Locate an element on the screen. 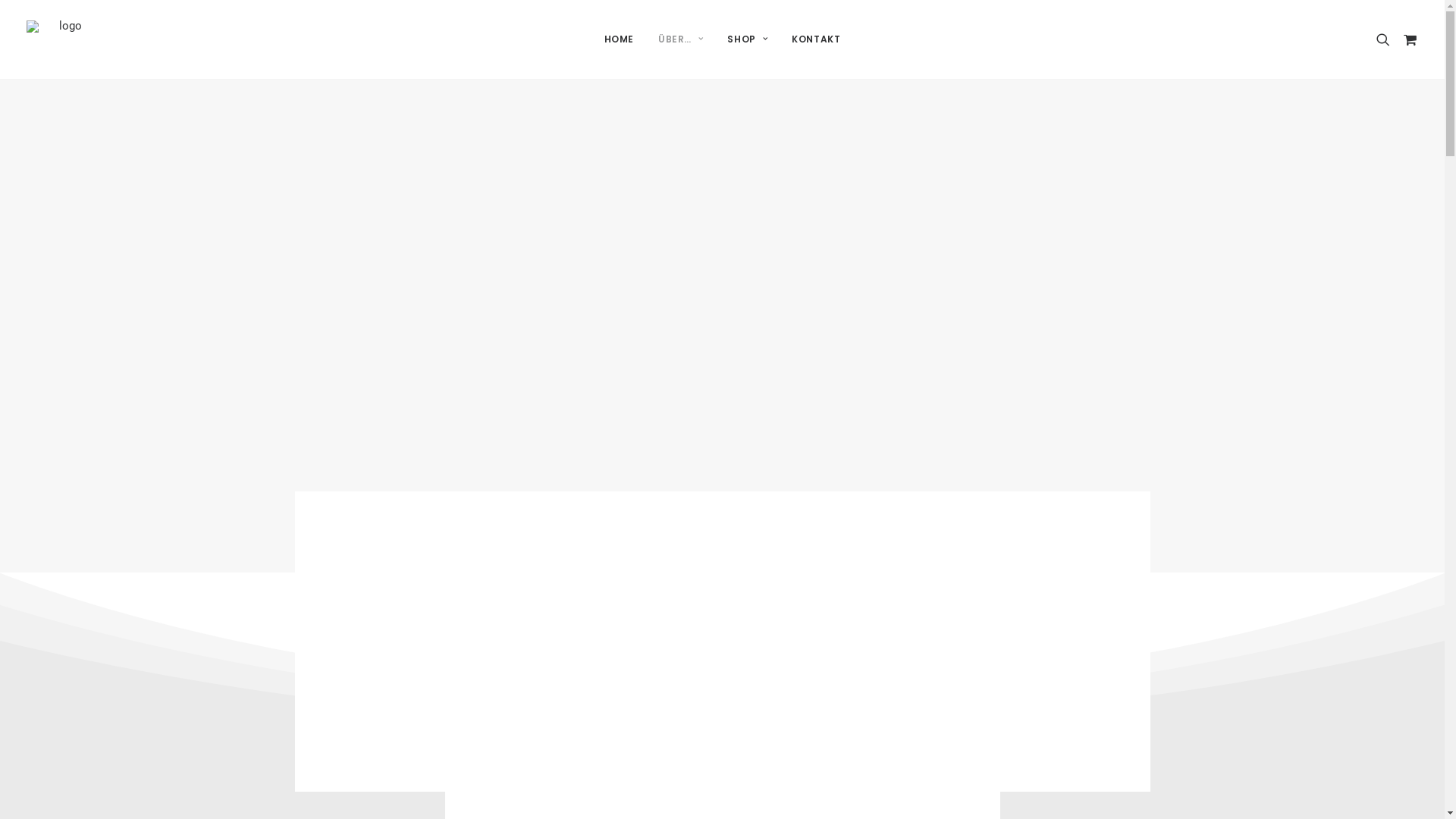 This screenshot has height=819, width=1456. 'cart' is located at coordinates (1407, 38).